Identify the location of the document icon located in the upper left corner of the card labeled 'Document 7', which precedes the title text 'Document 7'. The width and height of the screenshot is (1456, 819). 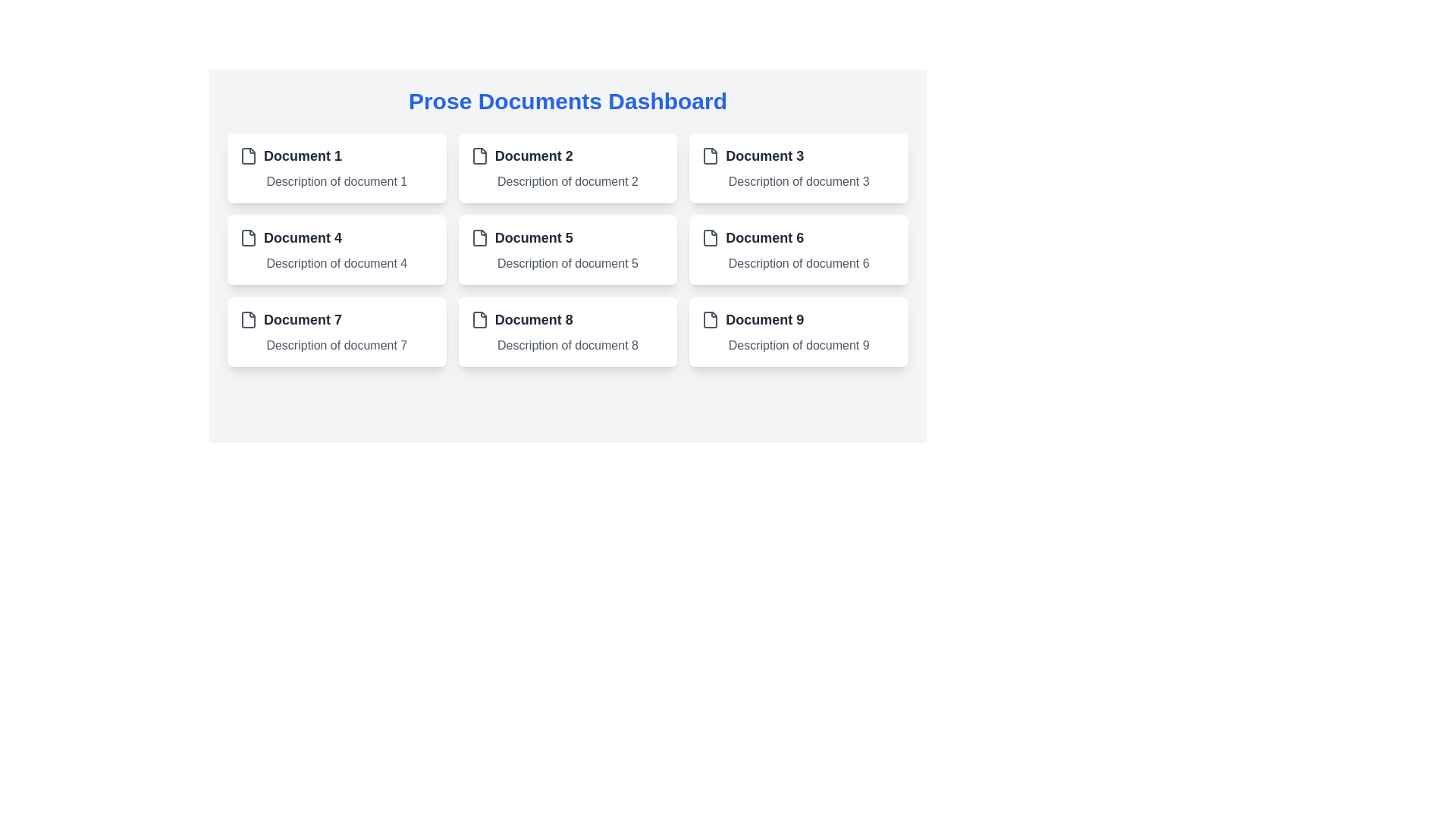
(248, 318).